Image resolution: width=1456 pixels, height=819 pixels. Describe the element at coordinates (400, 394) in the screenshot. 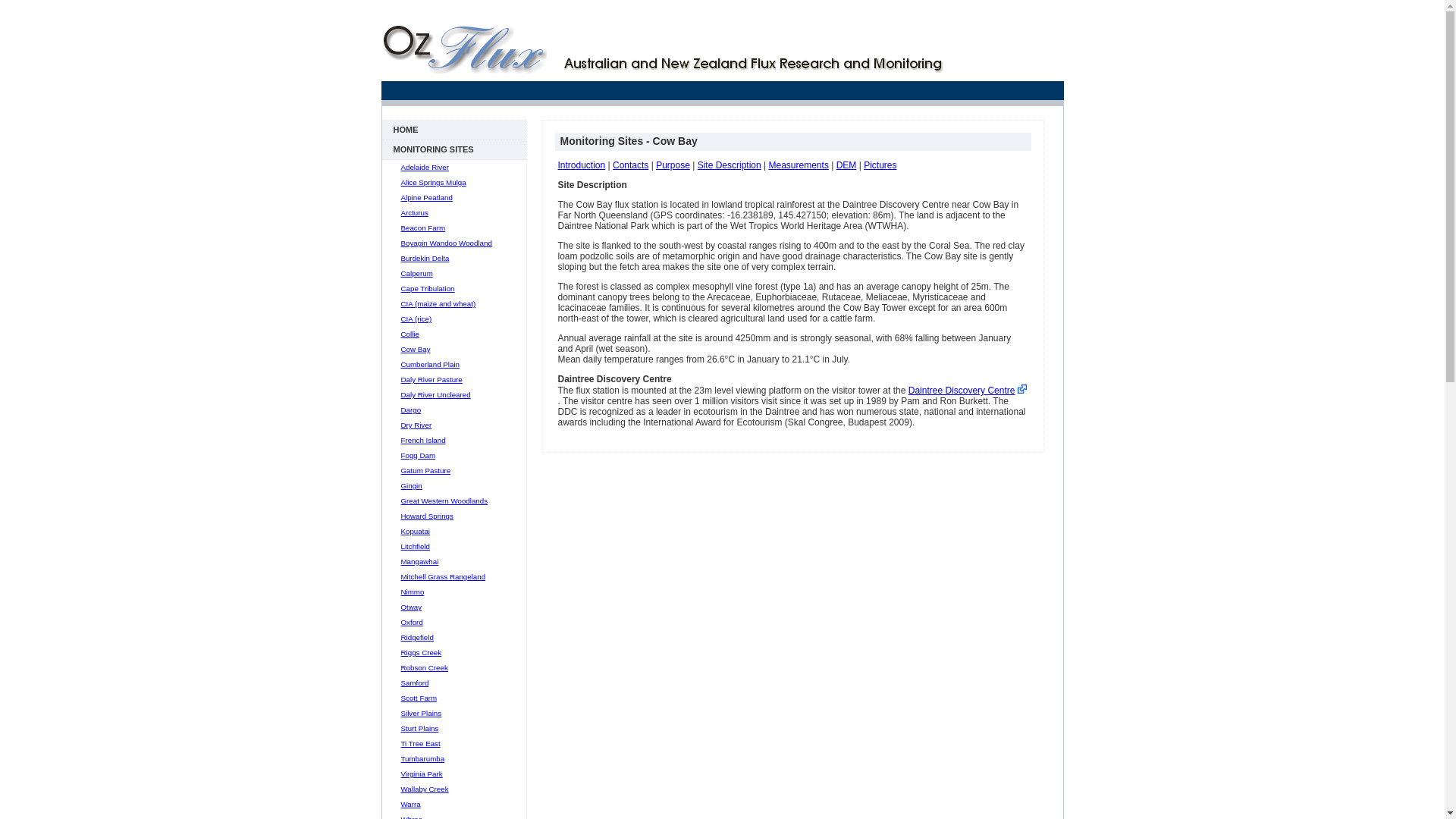

I see `'Daly River Uncleared'` at that location.